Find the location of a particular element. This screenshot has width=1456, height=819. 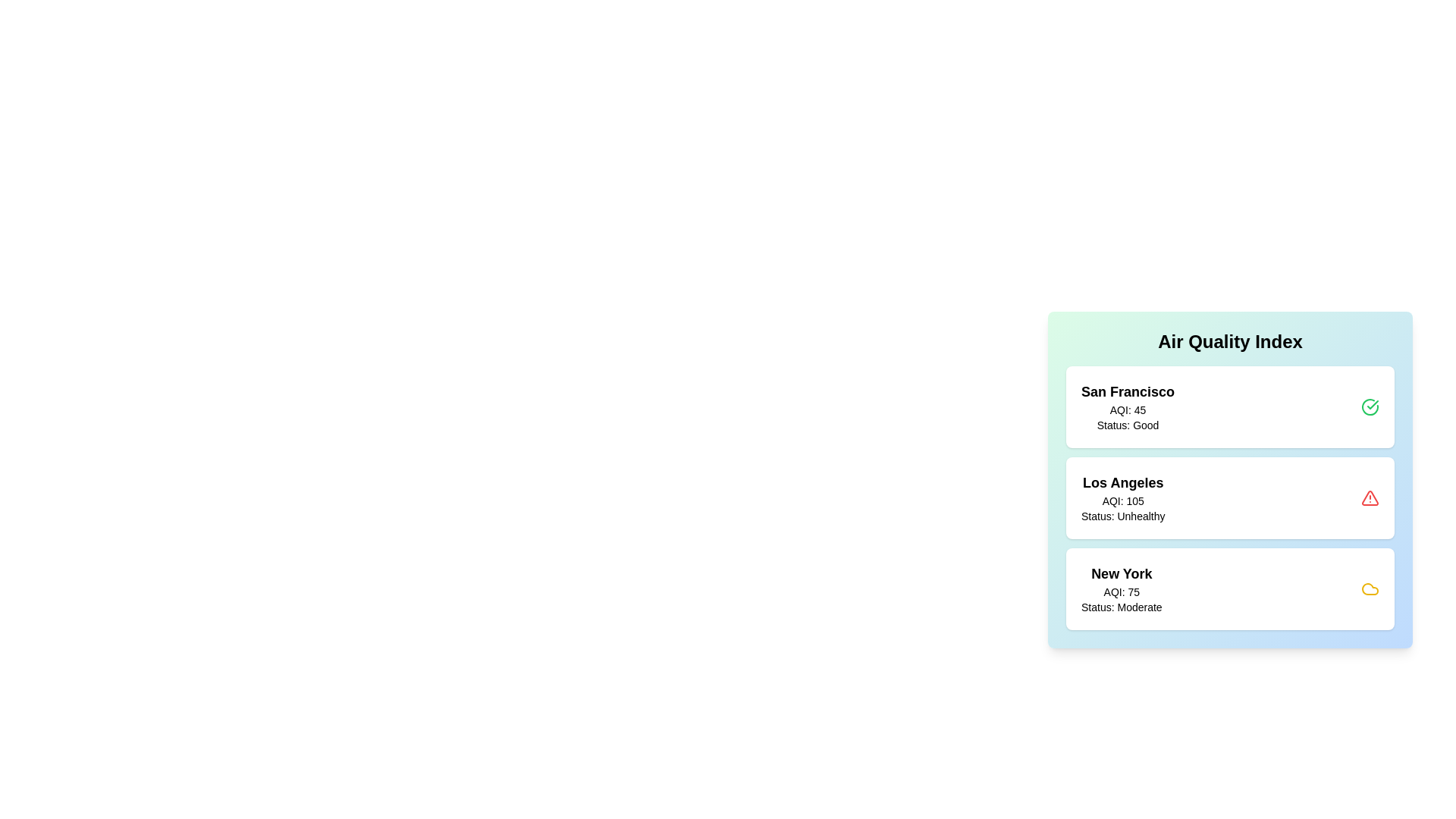

the status icon corresponding to Los Angeles is located at coordinates (1370, 497).